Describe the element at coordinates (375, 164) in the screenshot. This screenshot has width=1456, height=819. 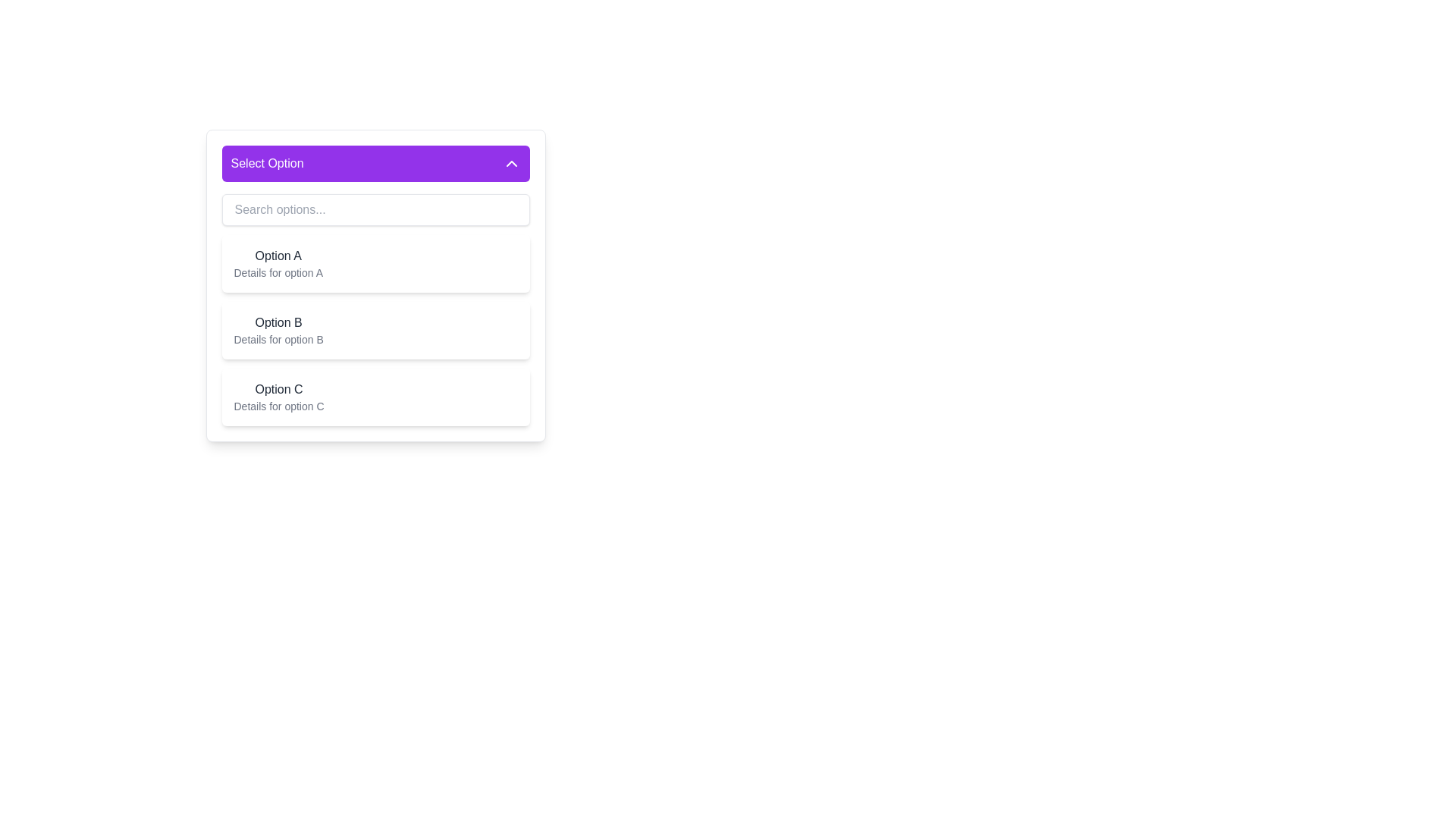
I see `the dropdown menu toggle button located at the top of the card-like area` at that location.